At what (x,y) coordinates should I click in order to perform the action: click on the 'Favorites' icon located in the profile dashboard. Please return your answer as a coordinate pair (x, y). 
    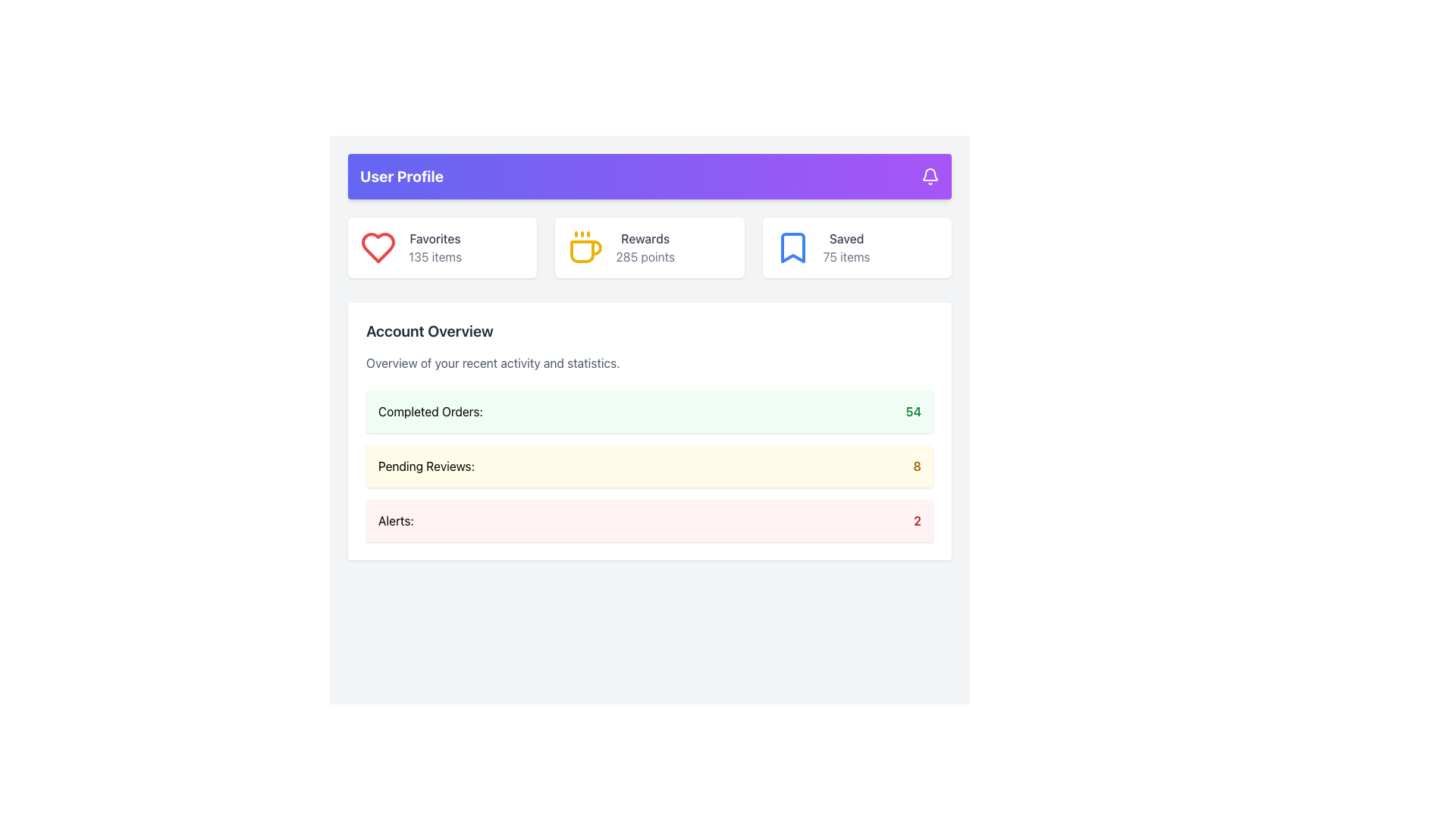
    Looking at the image, I should click on (378, 247).